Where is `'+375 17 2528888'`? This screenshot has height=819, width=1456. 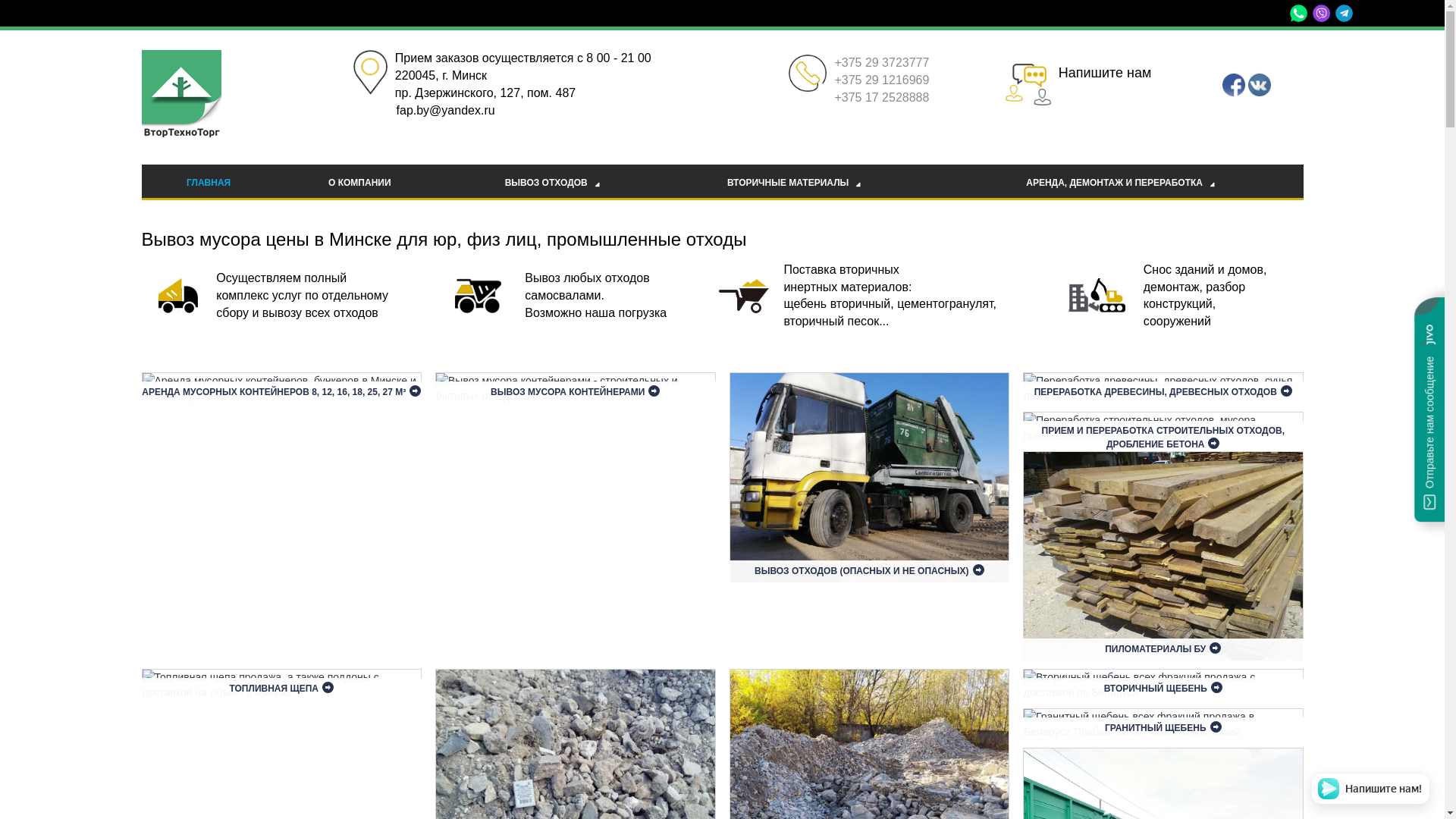 '+375 17 2528888' is located at coordinates (881, 97).